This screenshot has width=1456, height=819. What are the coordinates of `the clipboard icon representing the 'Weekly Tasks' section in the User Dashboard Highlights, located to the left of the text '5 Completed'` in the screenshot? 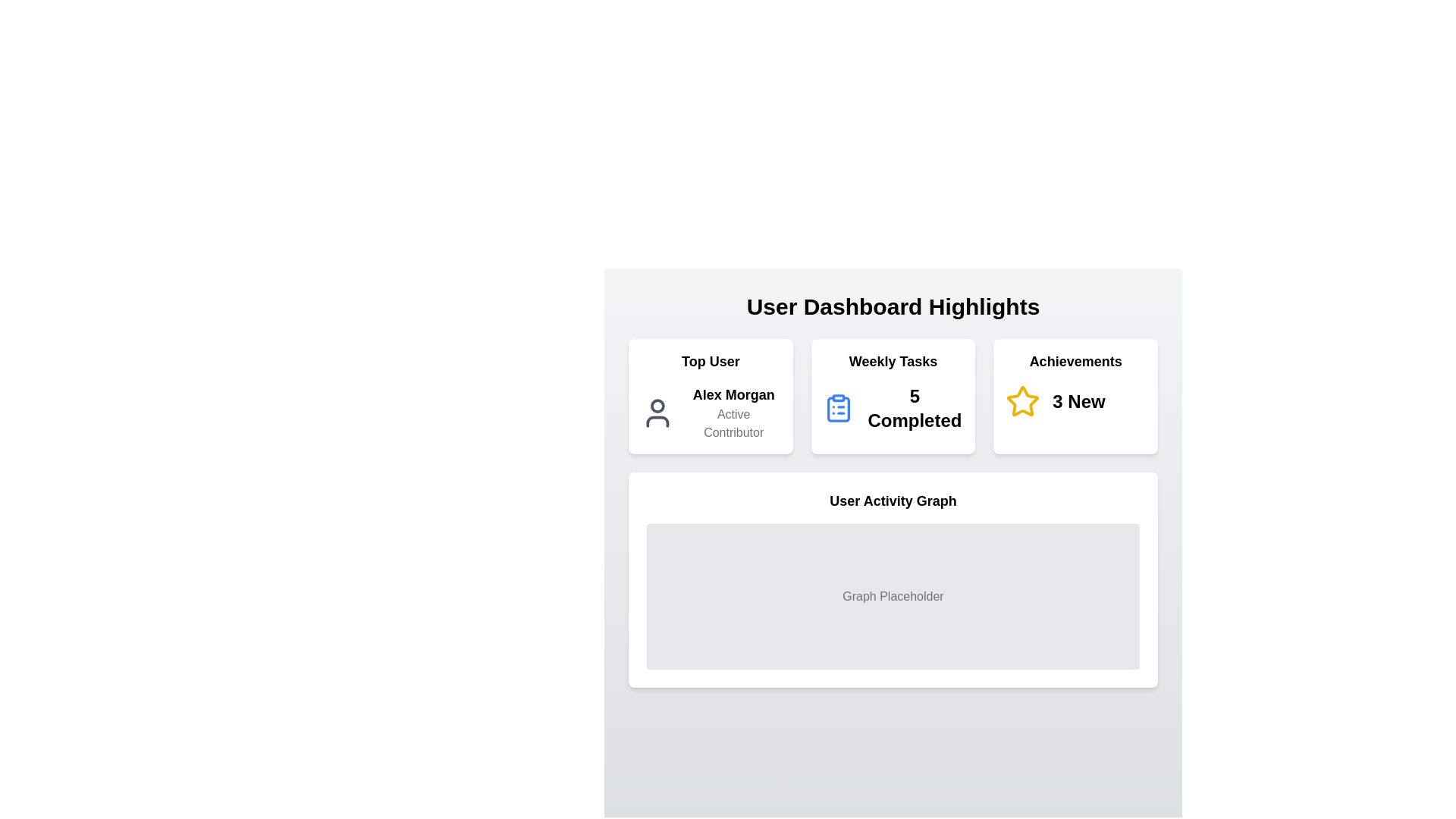 It's located at (838, 408).